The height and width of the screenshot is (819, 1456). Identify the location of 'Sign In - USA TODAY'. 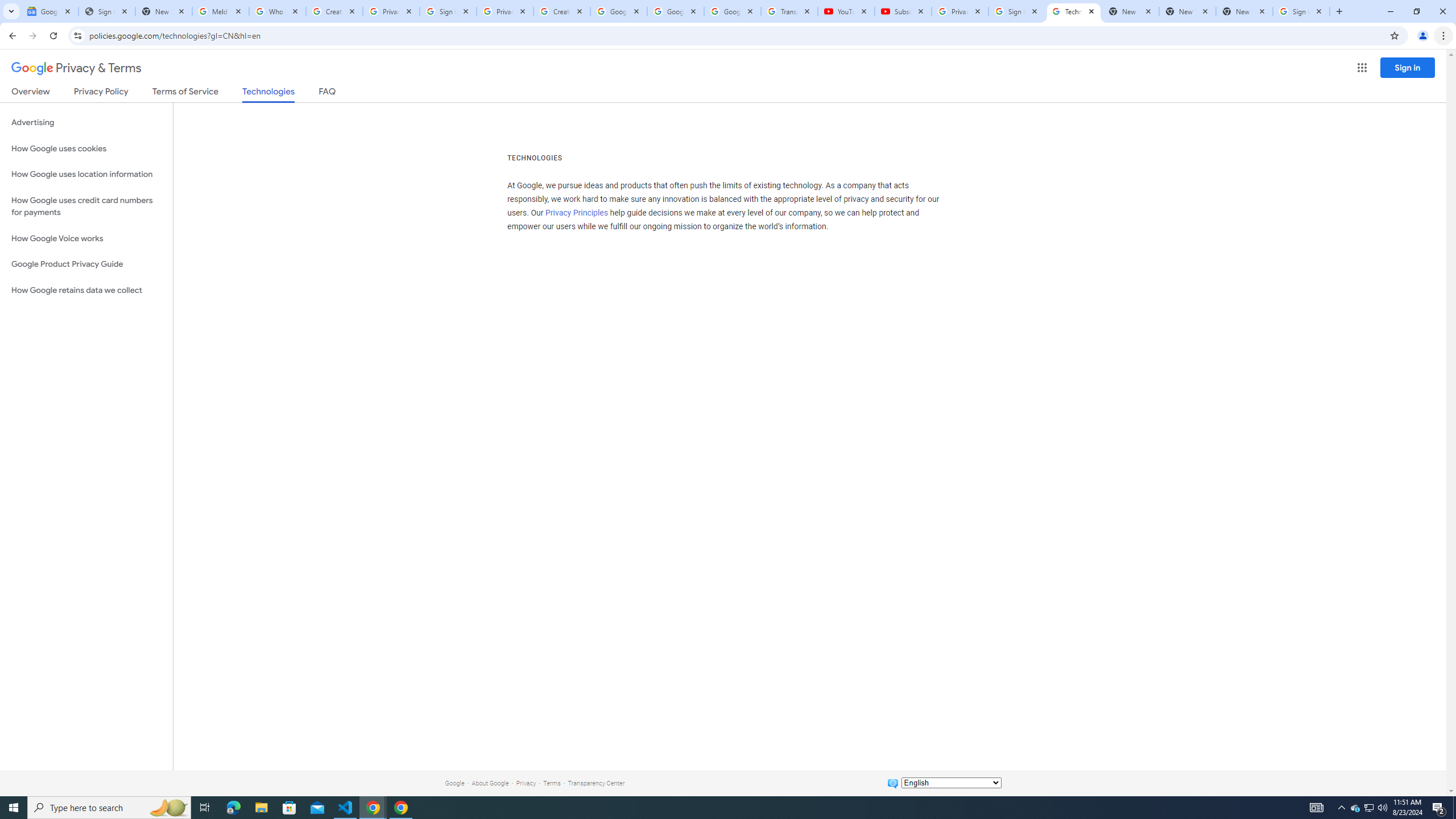
(106, 11).